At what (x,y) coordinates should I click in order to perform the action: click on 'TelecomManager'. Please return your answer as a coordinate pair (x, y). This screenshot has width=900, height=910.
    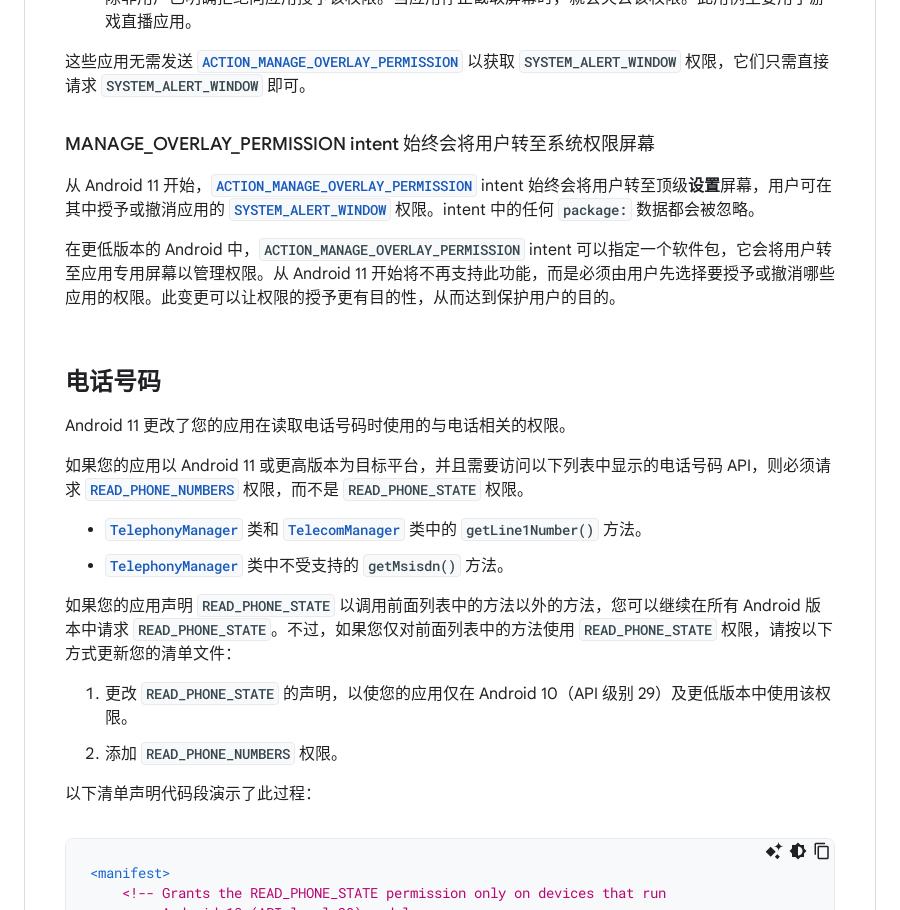
    Looking at the image, I should click on (343, 528).